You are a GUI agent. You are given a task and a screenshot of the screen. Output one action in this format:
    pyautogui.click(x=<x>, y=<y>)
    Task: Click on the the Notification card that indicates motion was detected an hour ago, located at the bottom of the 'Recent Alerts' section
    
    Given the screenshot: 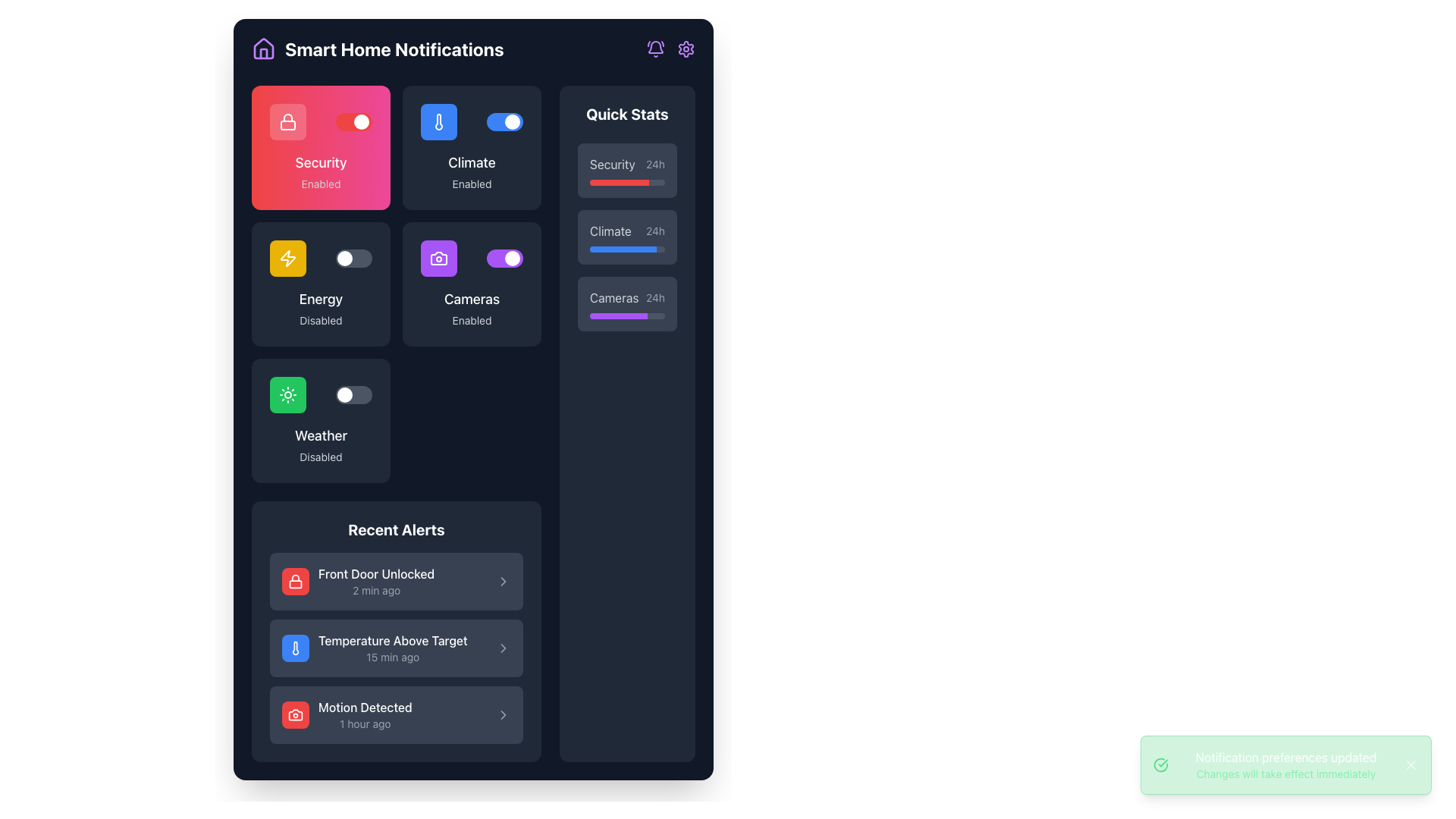 What is the action you would take?
    pyautogui.click(x=346, y=714)
    